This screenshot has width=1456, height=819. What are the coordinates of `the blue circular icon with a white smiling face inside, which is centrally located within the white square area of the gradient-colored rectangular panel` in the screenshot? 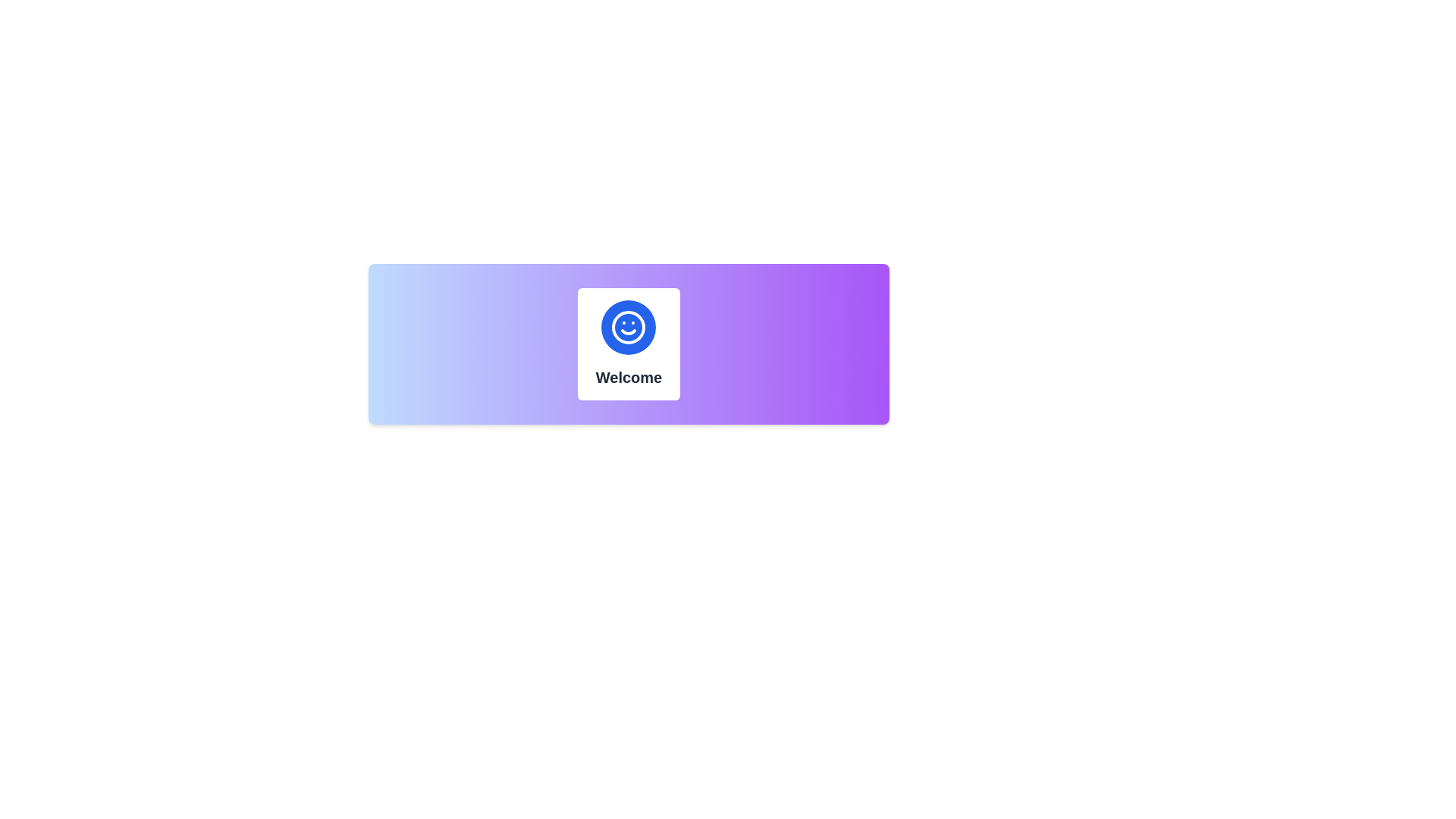 It's located at (629, 327).